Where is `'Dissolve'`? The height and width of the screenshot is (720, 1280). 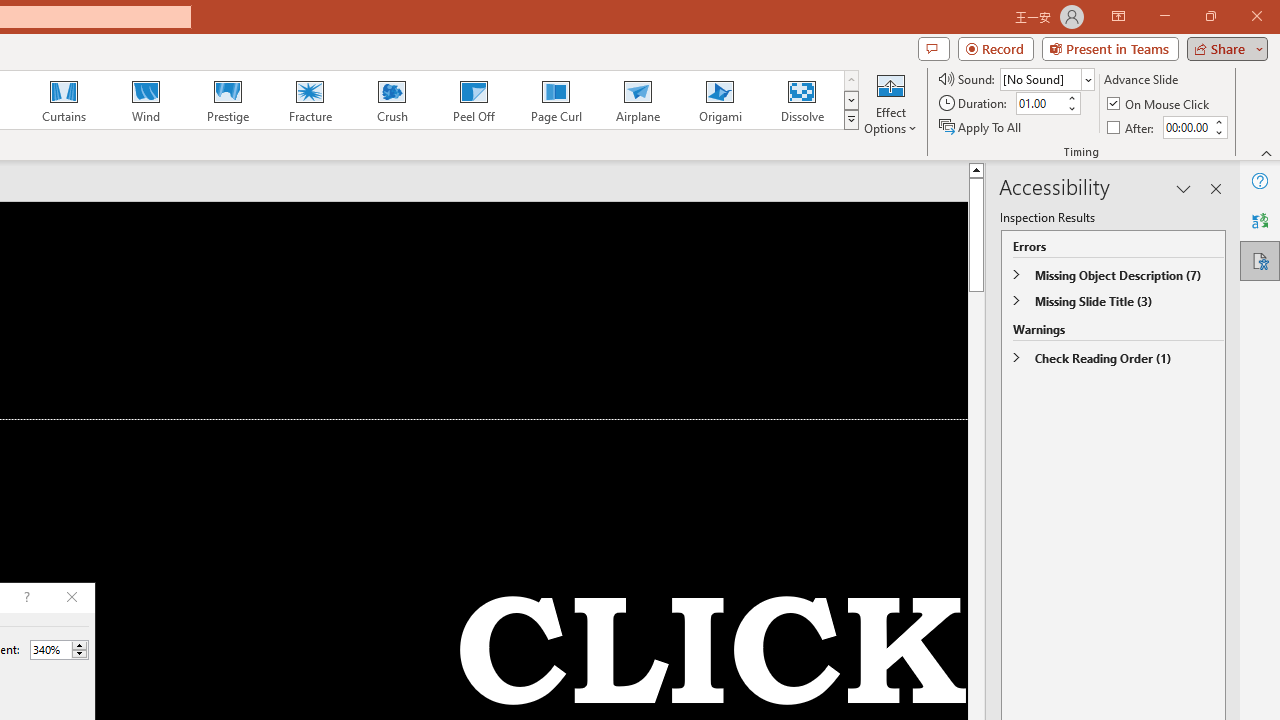
'Dissolve' is located at coordinates (802, 100).